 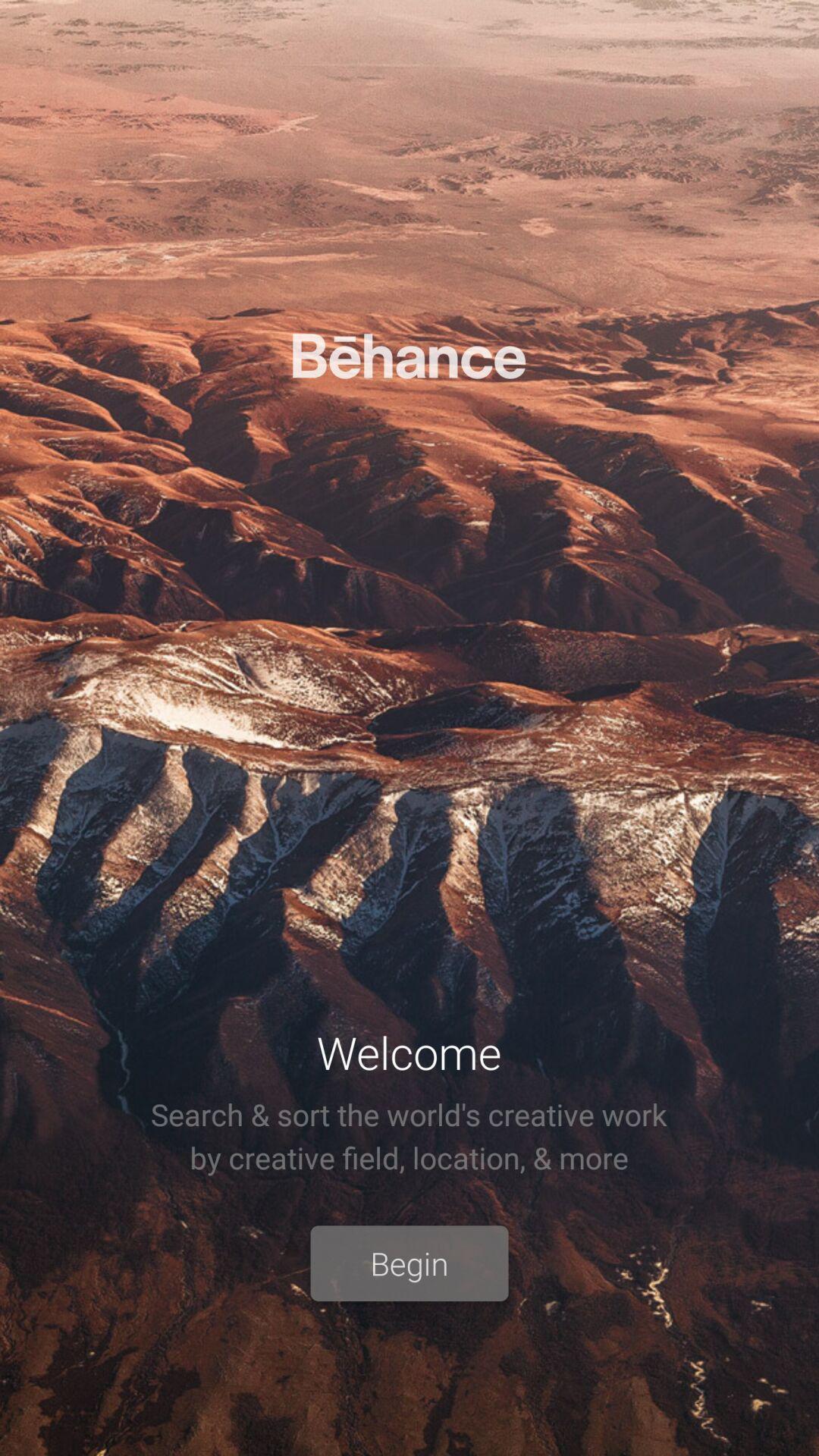 What do you see at coordinates (409, 1263) in the screenshot?
I see `icon below search sort the icon` at bounding box center [409, 1263].